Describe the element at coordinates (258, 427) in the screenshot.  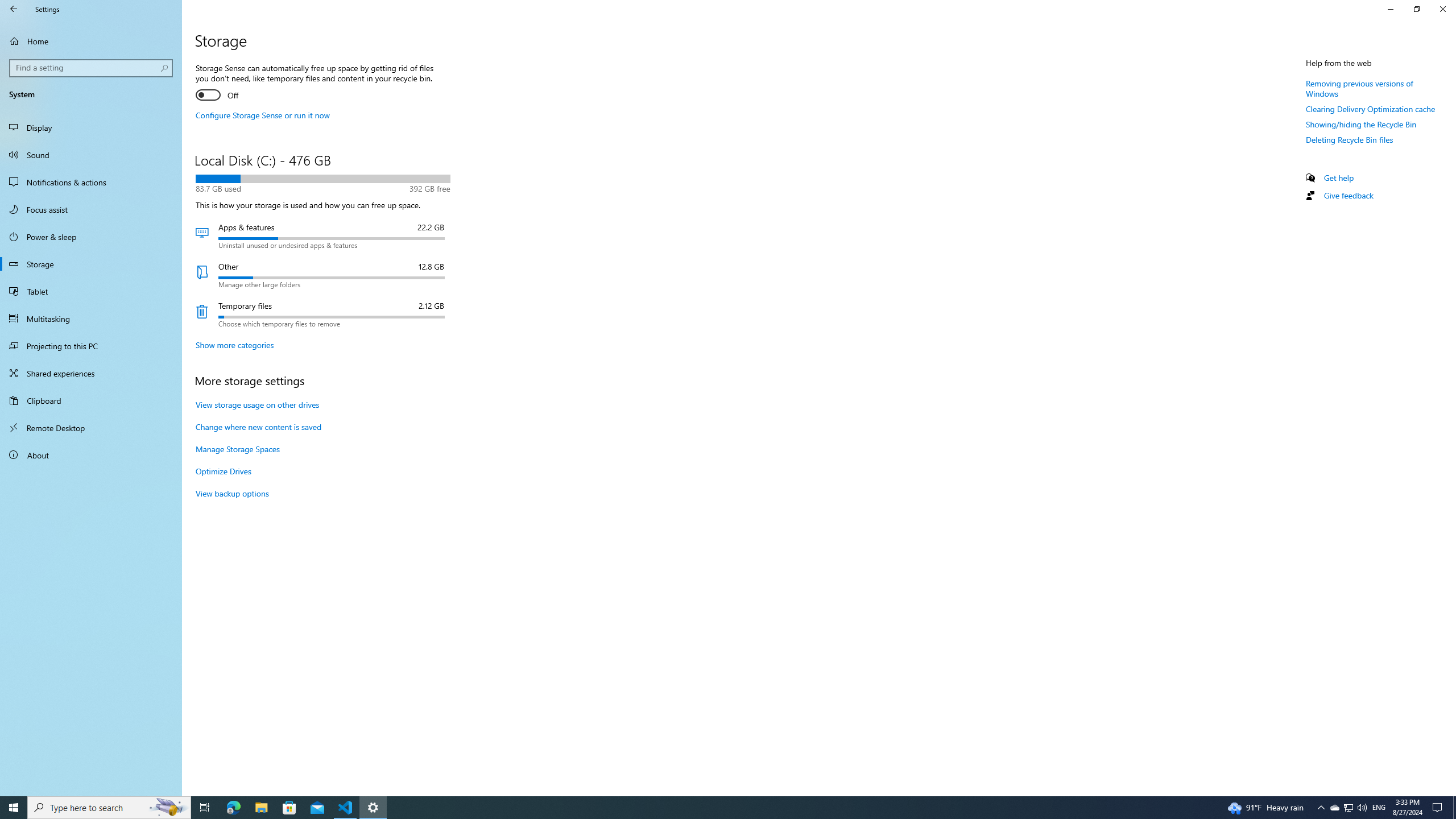
I see `'Change where new content is saved'` at that location.